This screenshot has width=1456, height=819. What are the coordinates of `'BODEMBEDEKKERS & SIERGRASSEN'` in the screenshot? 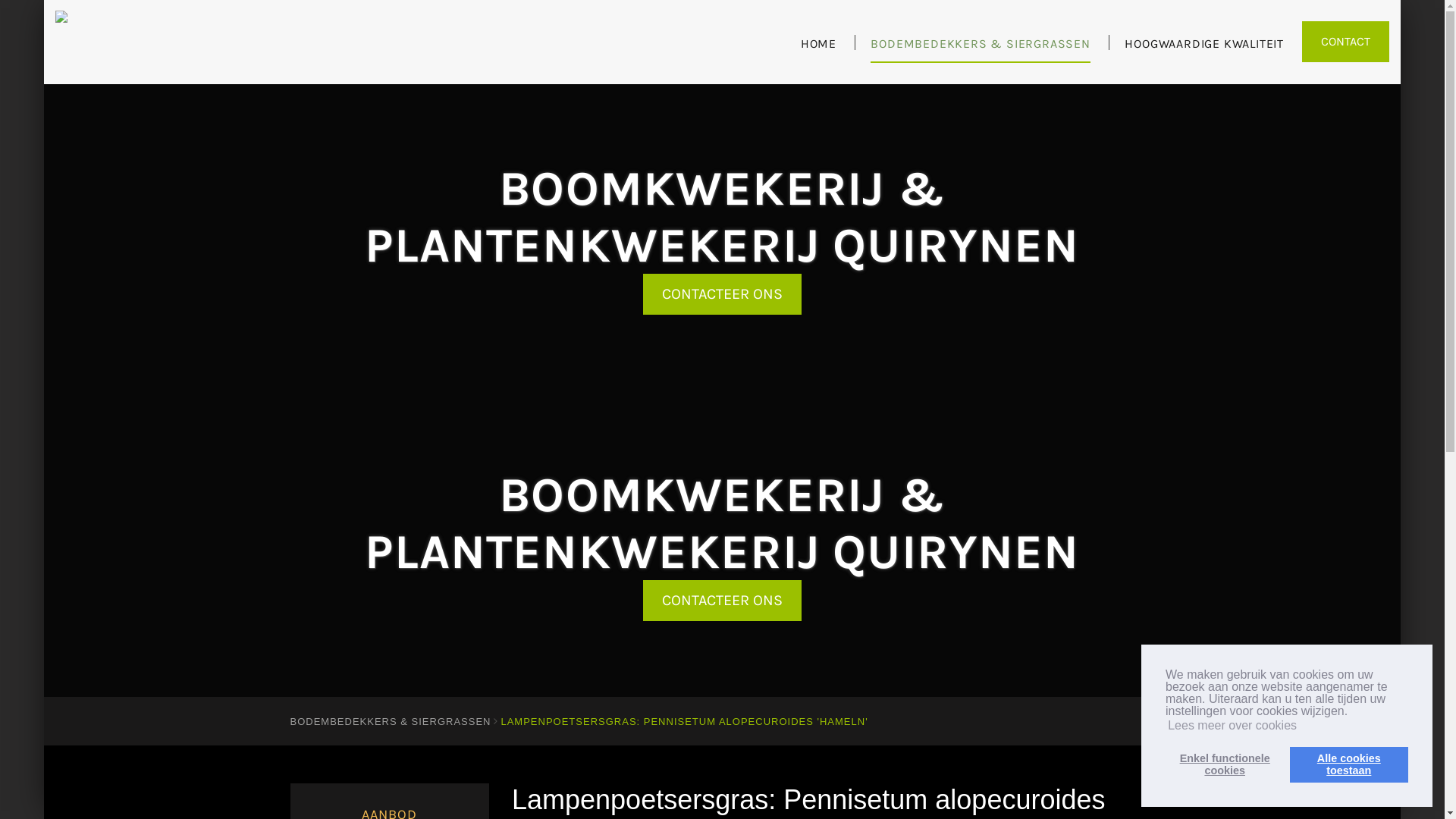 It's located at (980, 49).